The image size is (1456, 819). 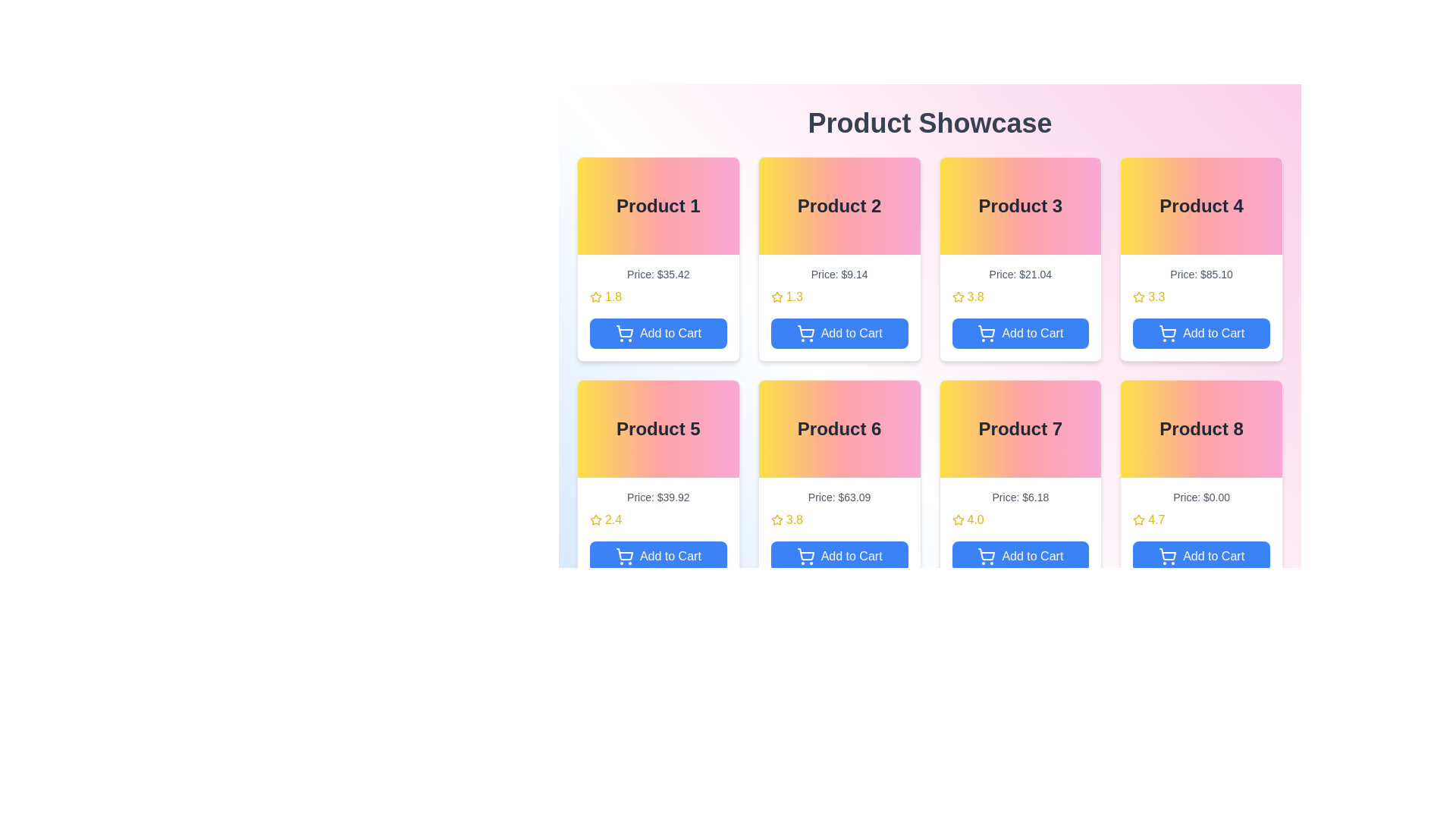 I want to click on the star icon representing the product rating of 'Product 6' in the 'Product Showcase' grid layout, located to the left of the rating number '3.8', so click(x=777, y=519).